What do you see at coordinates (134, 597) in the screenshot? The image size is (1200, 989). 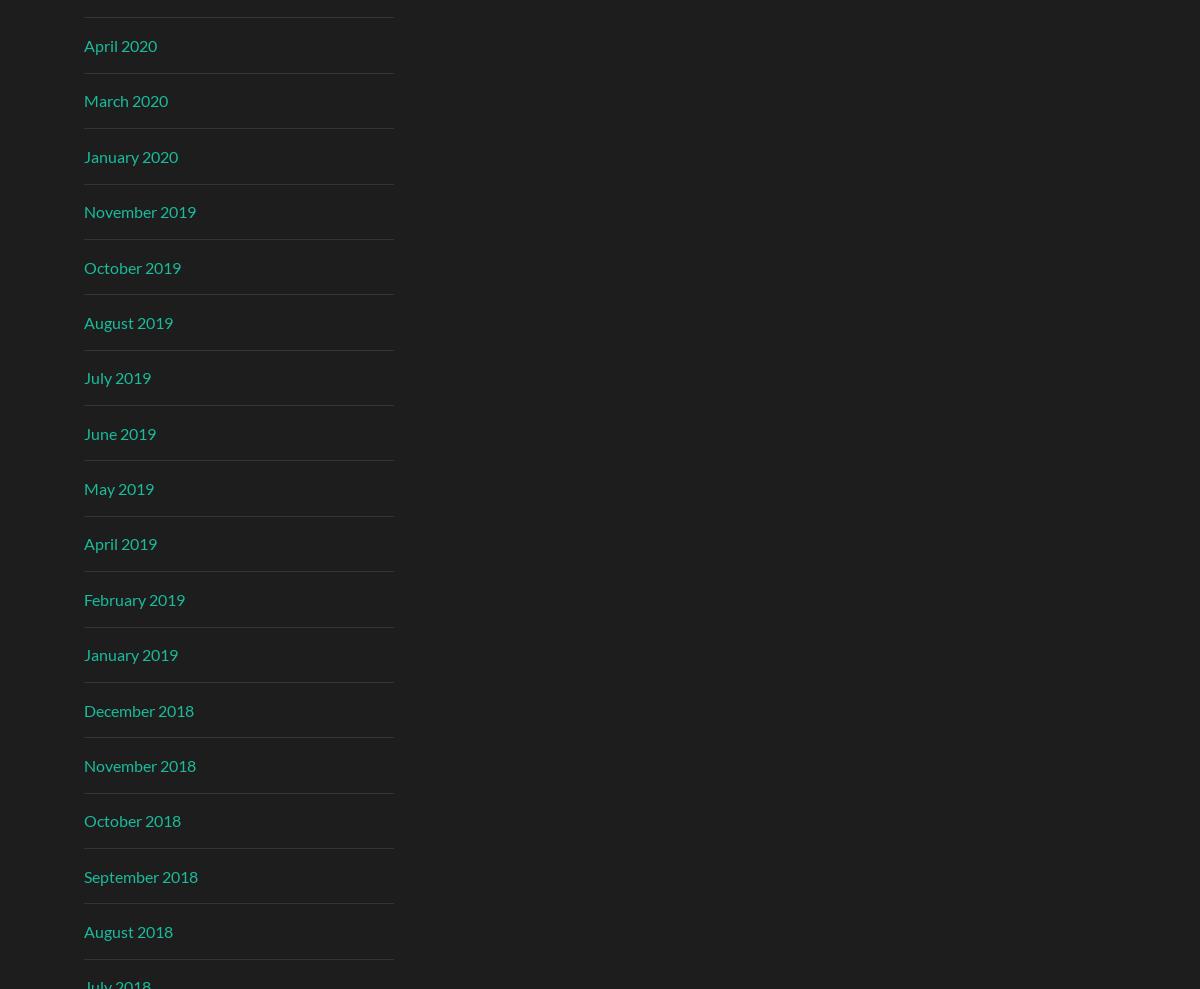 I see `'February 2019'` at bounding box center [134, 597].